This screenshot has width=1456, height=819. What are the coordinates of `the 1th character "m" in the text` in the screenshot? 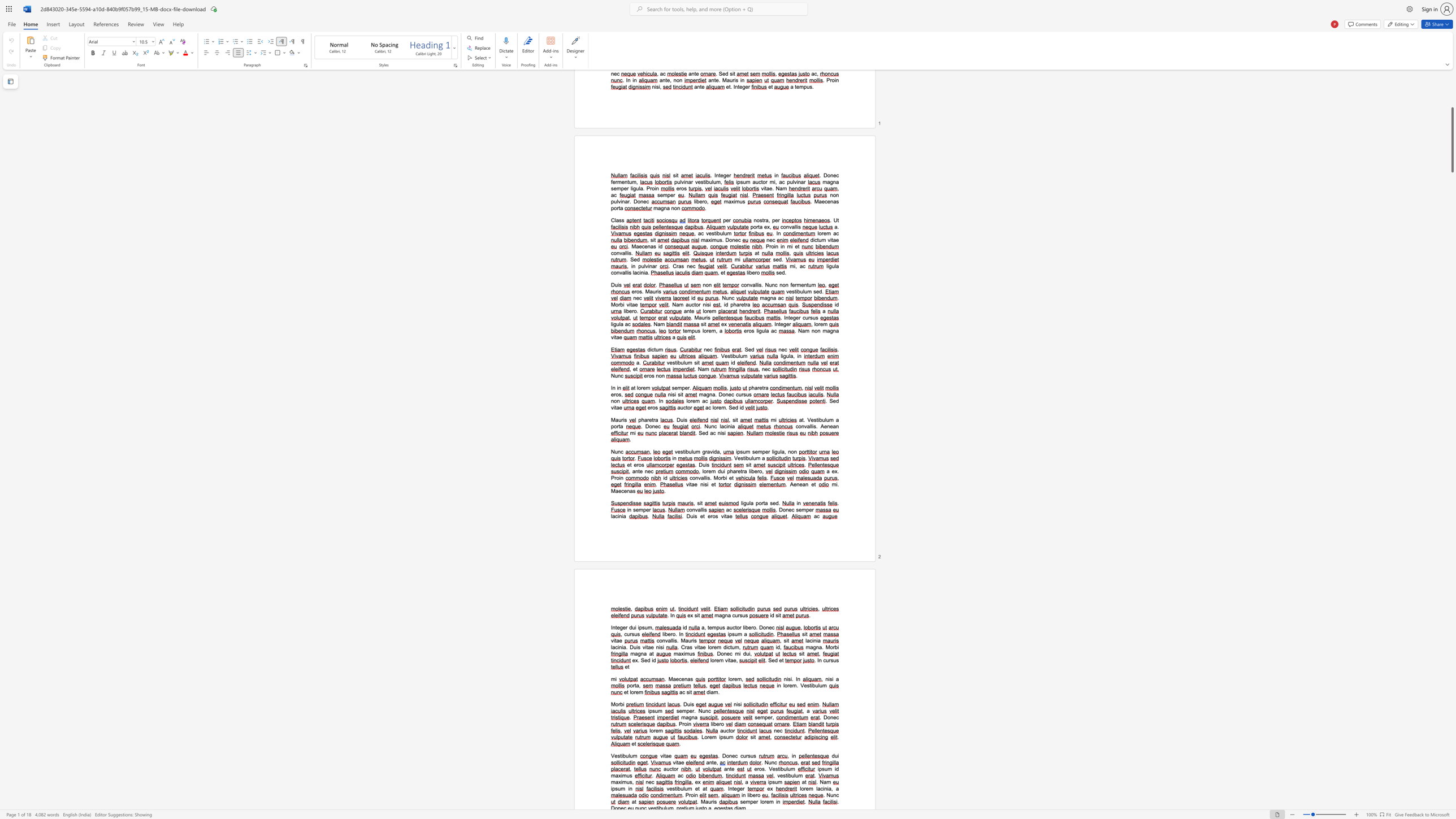 It's located at (748, 801).